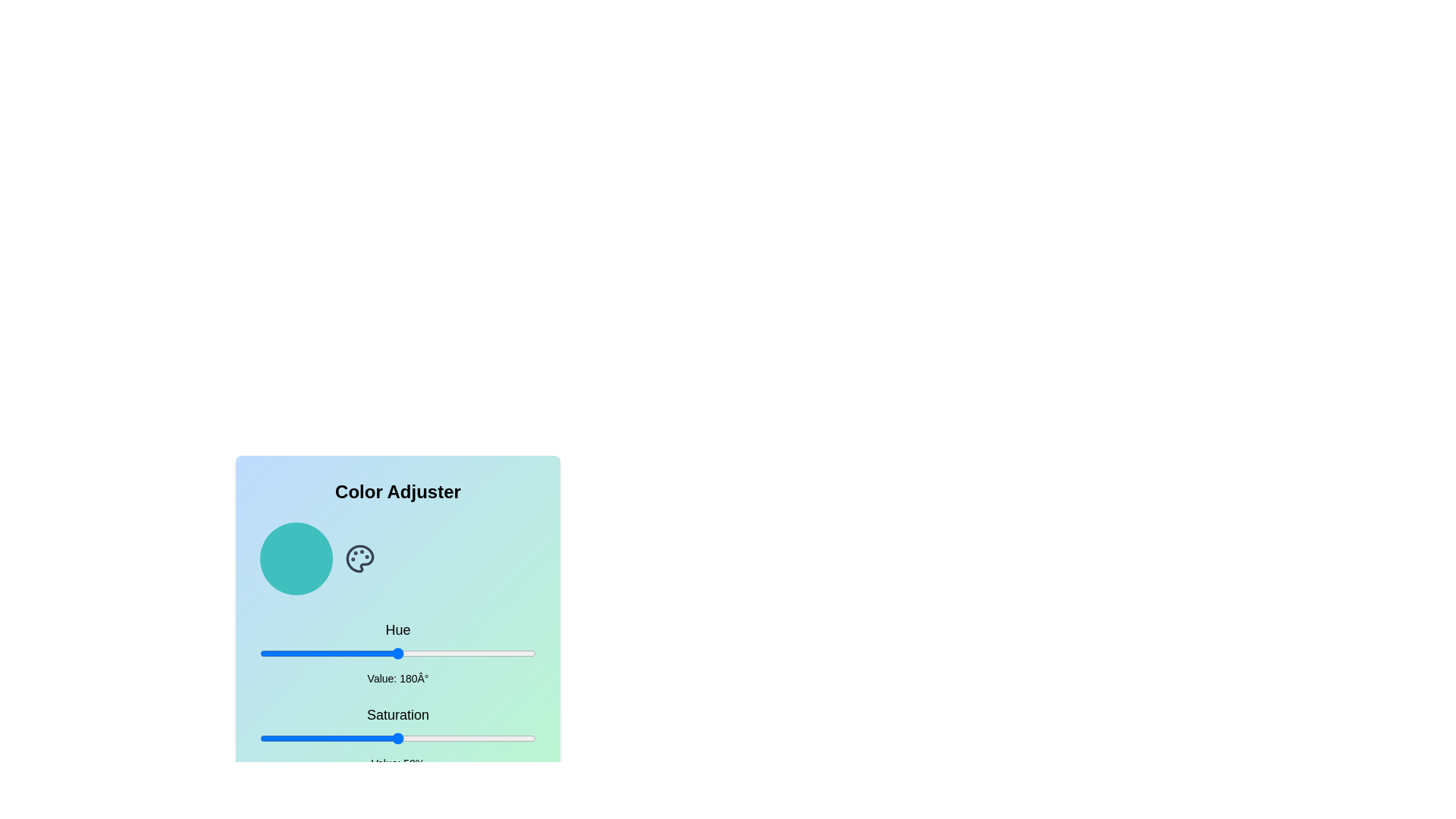 This screenshot has width=1456, height=819. Describe the element at coordinates (387, 738) in the screenshot. I see `the saturation slider to set the saturation to 46%` at that location.